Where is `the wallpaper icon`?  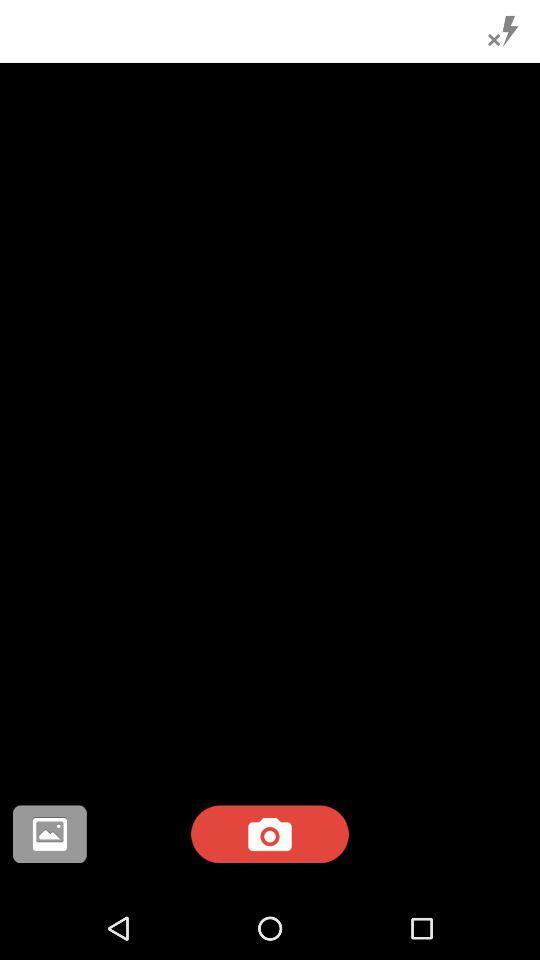
the wallpaper icon is located at coordinates (49, 834).